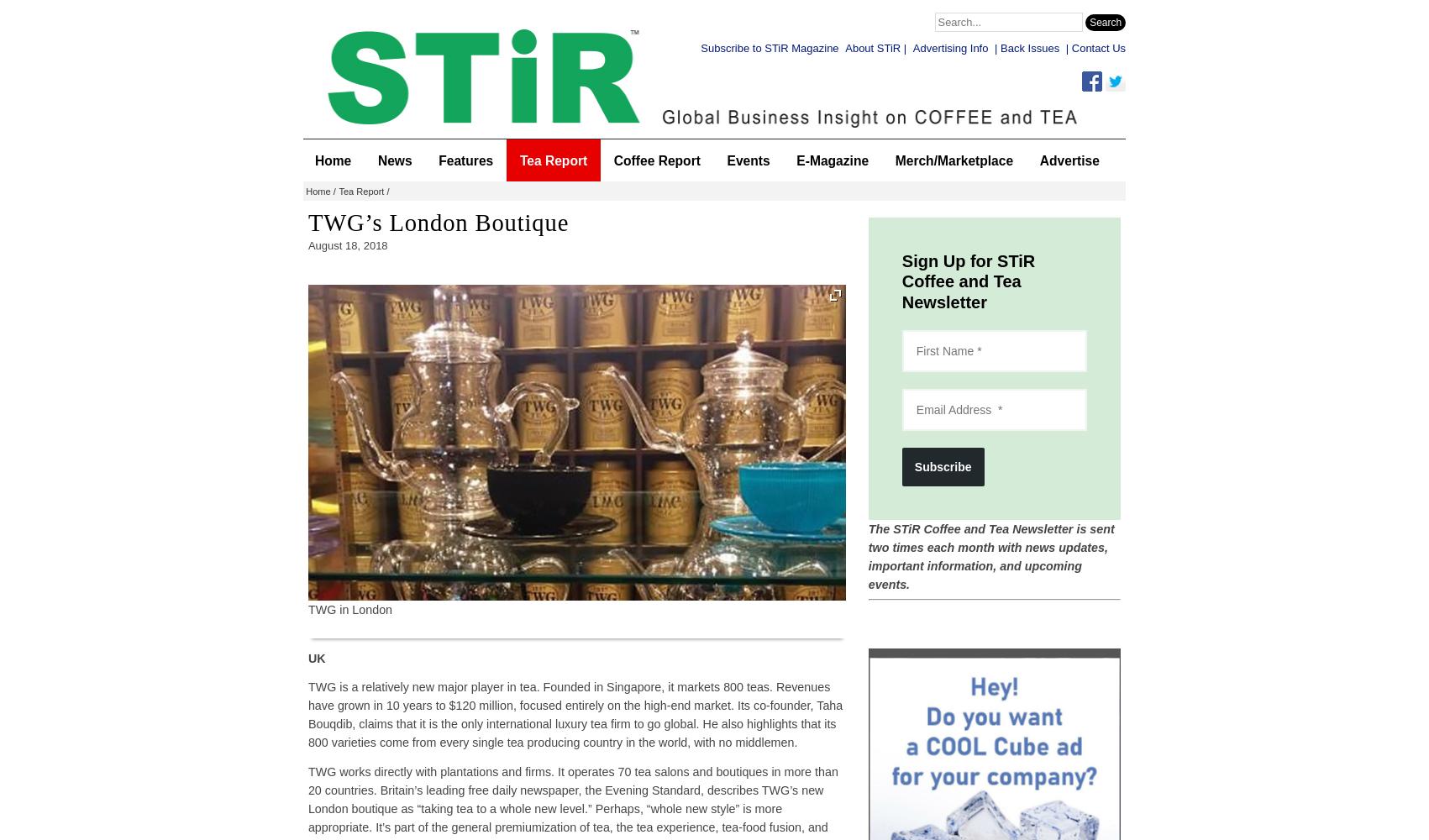  Describe the element at coordinates (376, 159) in the screenshot. I see `'News'` at that location.